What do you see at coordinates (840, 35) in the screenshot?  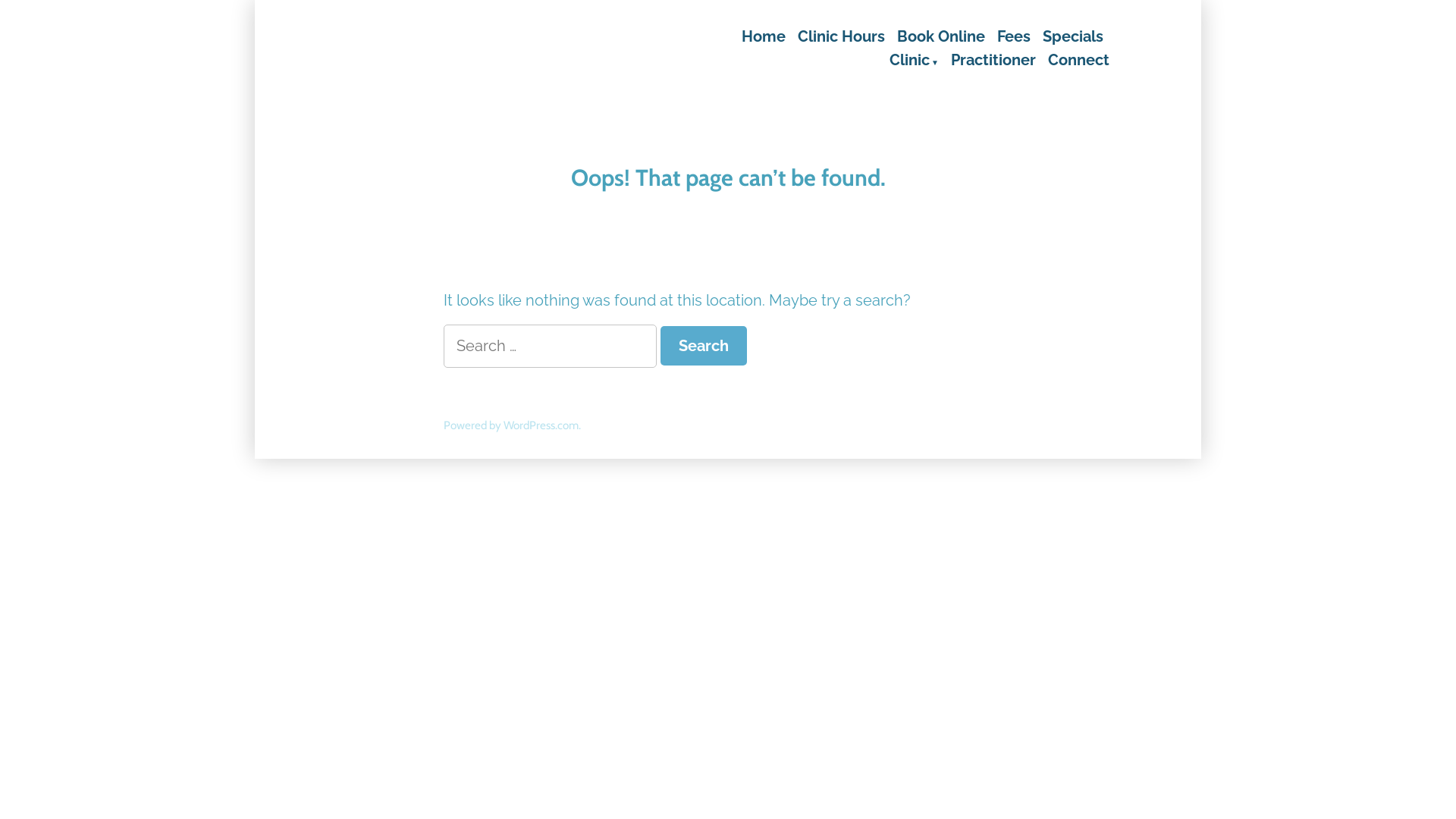 I see `'Clinic Hours'` at bounding box center [840, 35].